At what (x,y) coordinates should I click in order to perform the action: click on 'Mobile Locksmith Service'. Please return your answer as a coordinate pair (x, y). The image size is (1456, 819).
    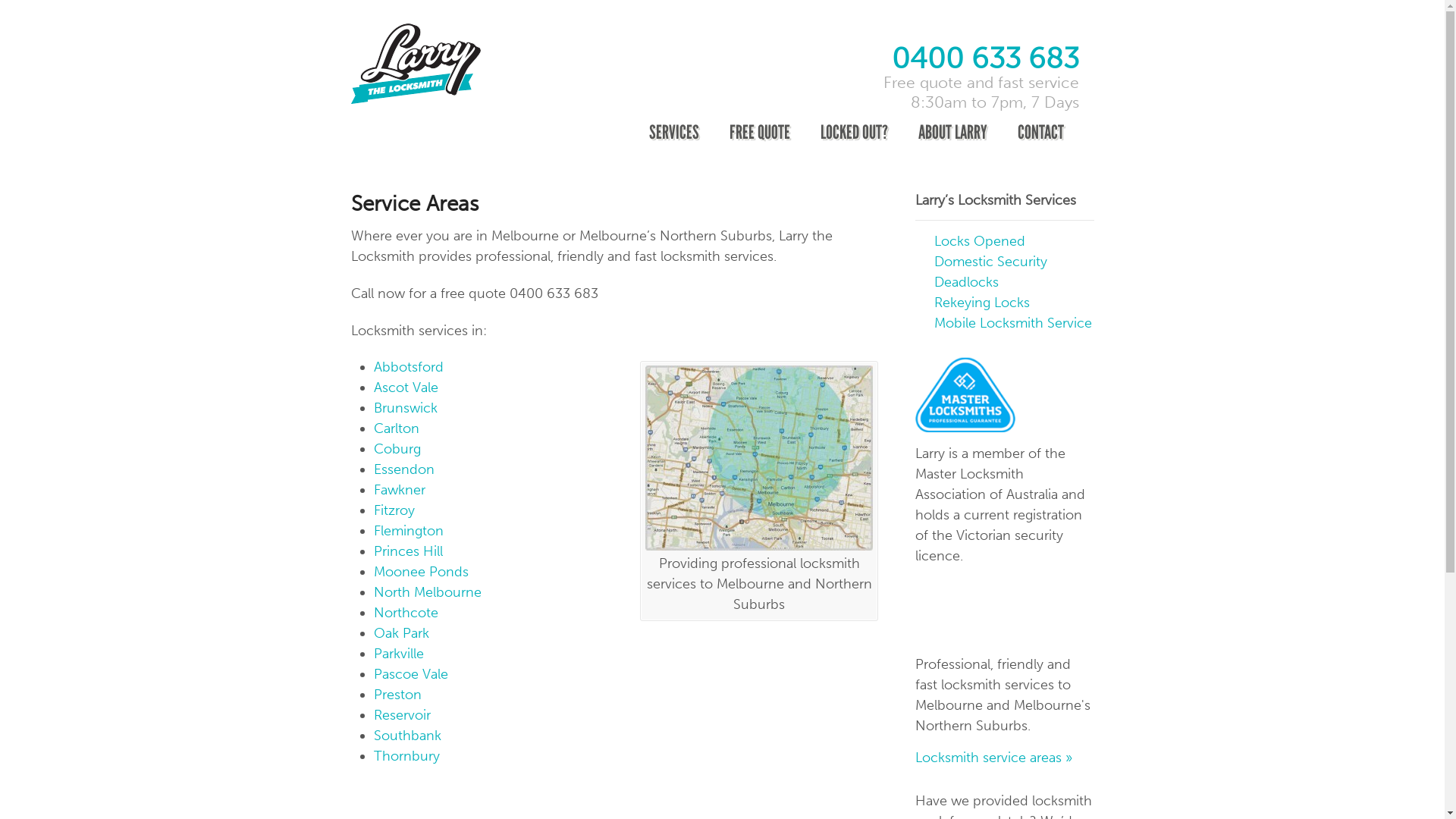
    Looking at the image, I should click on (1012, 322).